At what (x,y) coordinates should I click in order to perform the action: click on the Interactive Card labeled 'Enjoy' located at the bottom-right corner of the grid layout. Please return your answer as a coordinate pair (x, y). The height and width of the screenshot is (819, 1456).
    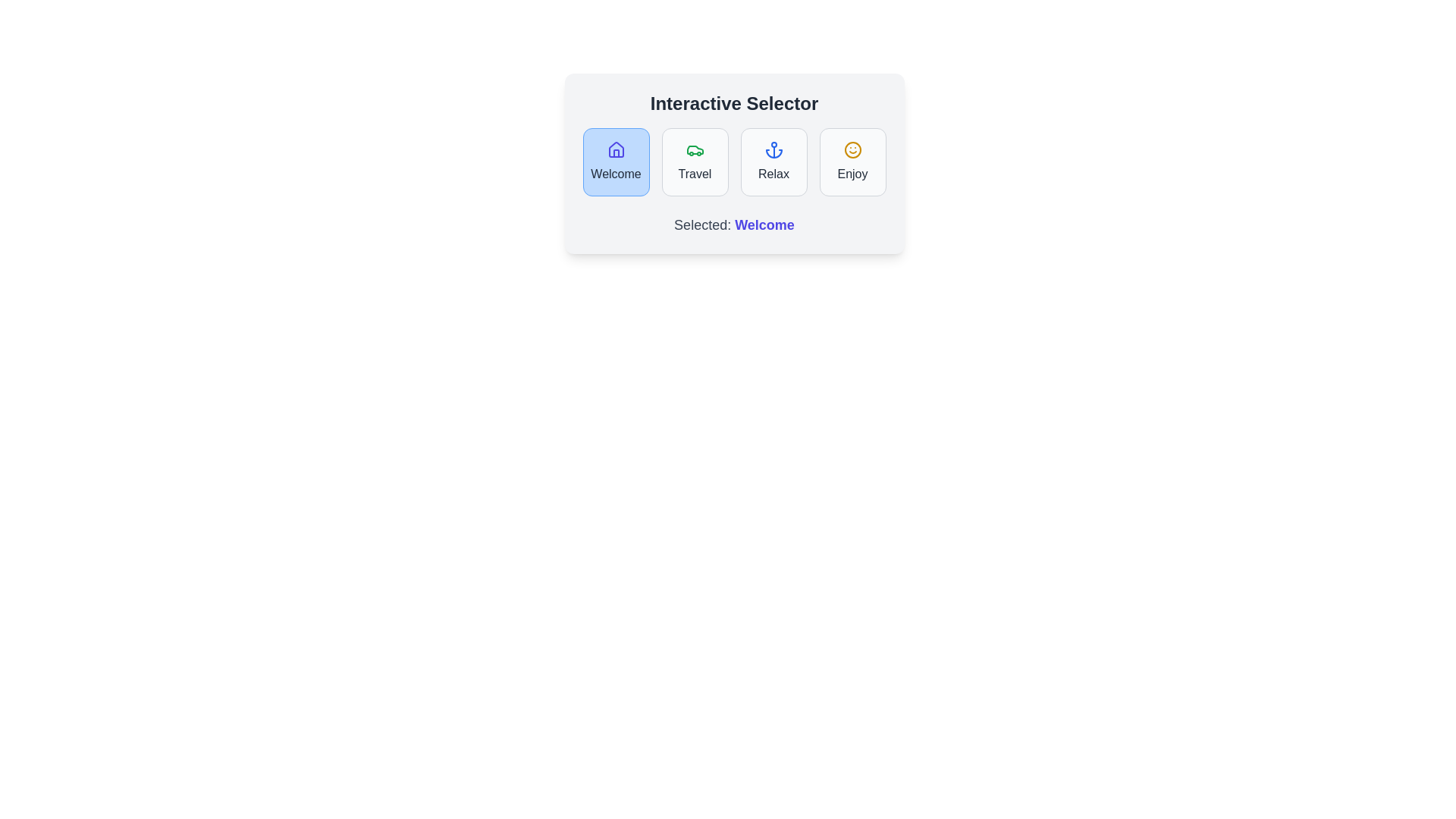
    Looking at the image, I should click on (852, 162).